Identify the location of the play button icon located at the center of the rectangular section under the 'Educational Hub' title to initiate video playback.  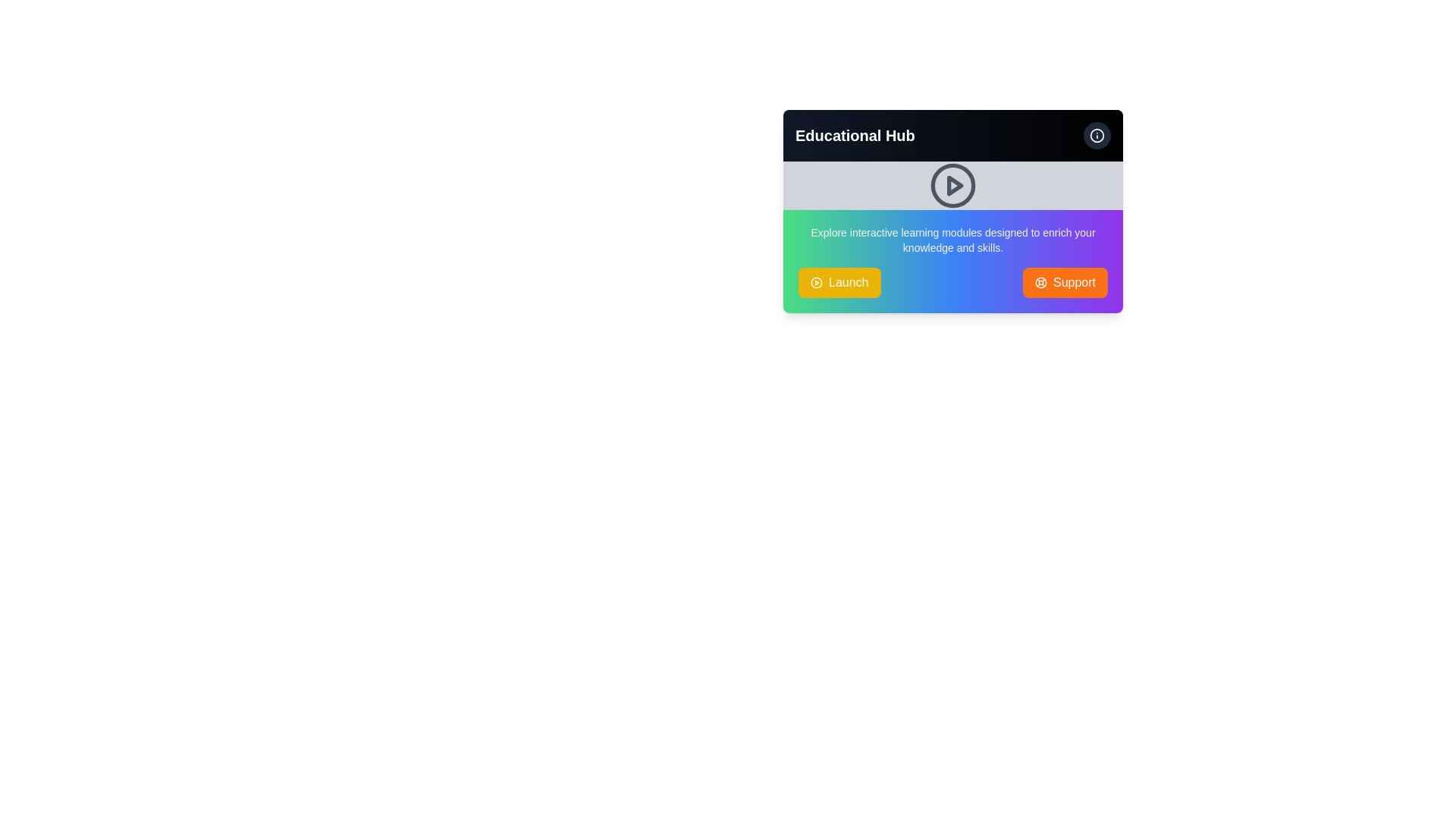
(952, 185).